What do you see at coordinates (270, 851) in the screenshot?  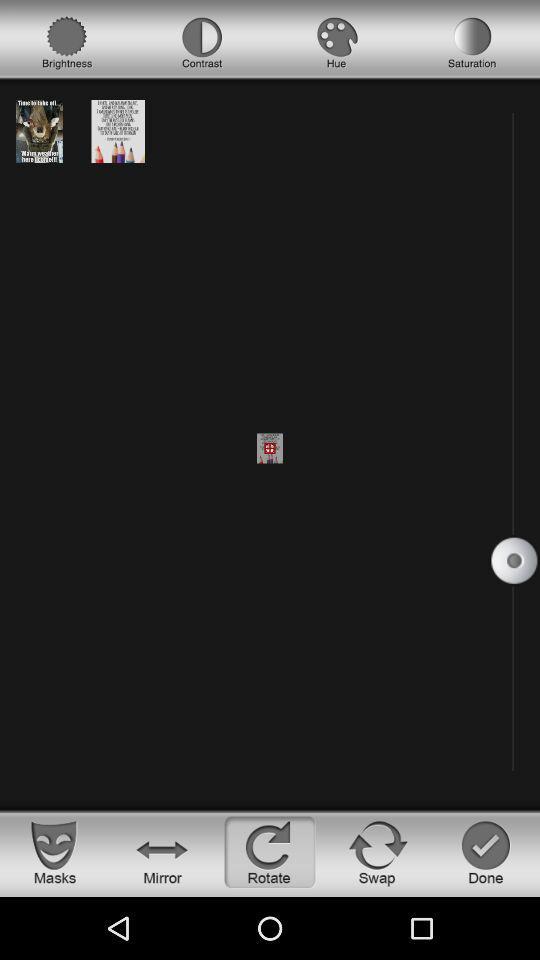 I see `the rotate icon which is in the bottom middle of the screen` at bounding box center [270, 851].